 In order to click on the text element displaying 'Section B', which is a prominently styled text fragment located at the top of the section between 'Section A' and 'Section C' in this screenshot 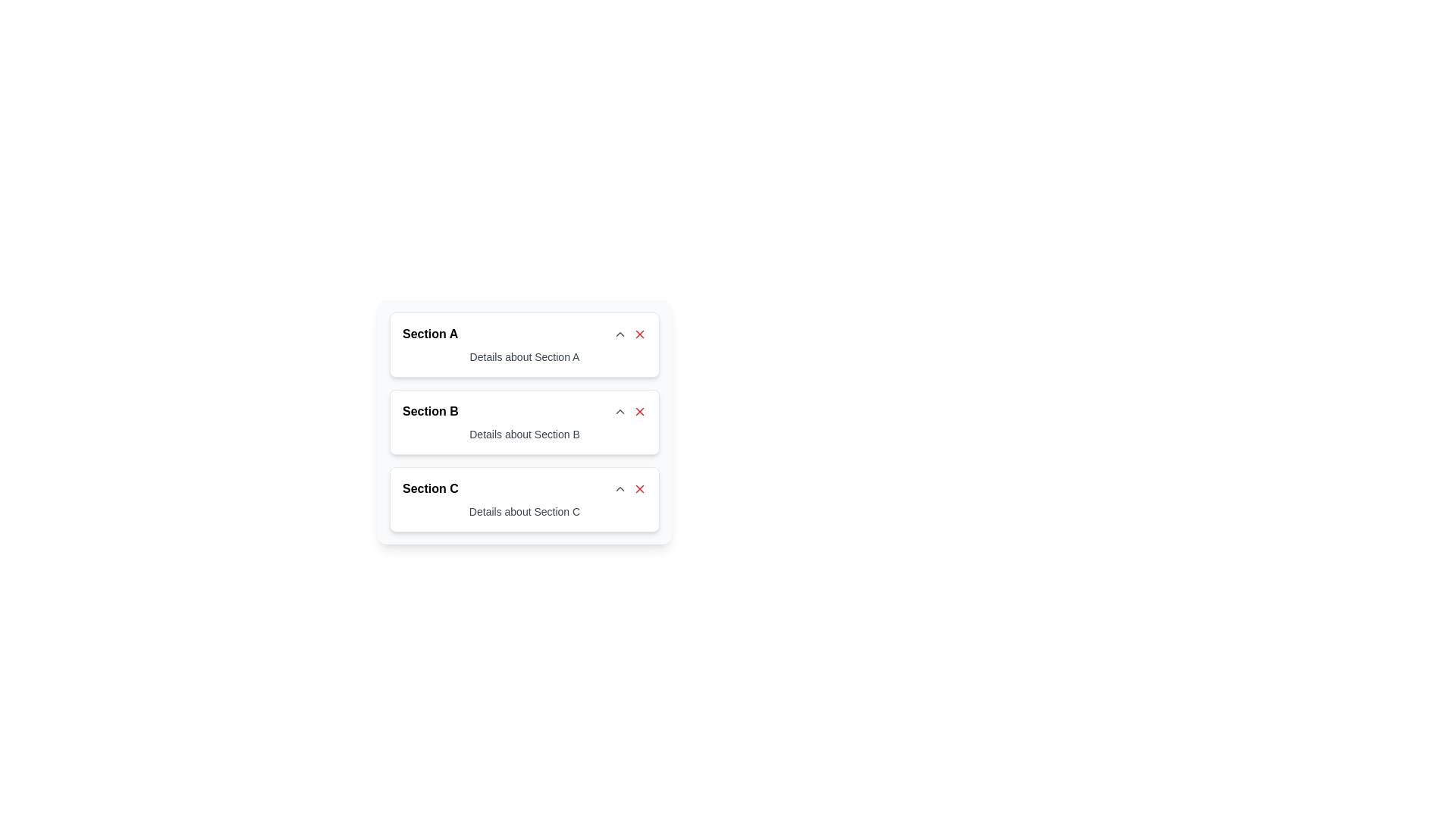, I will do `click(429, 412)`.